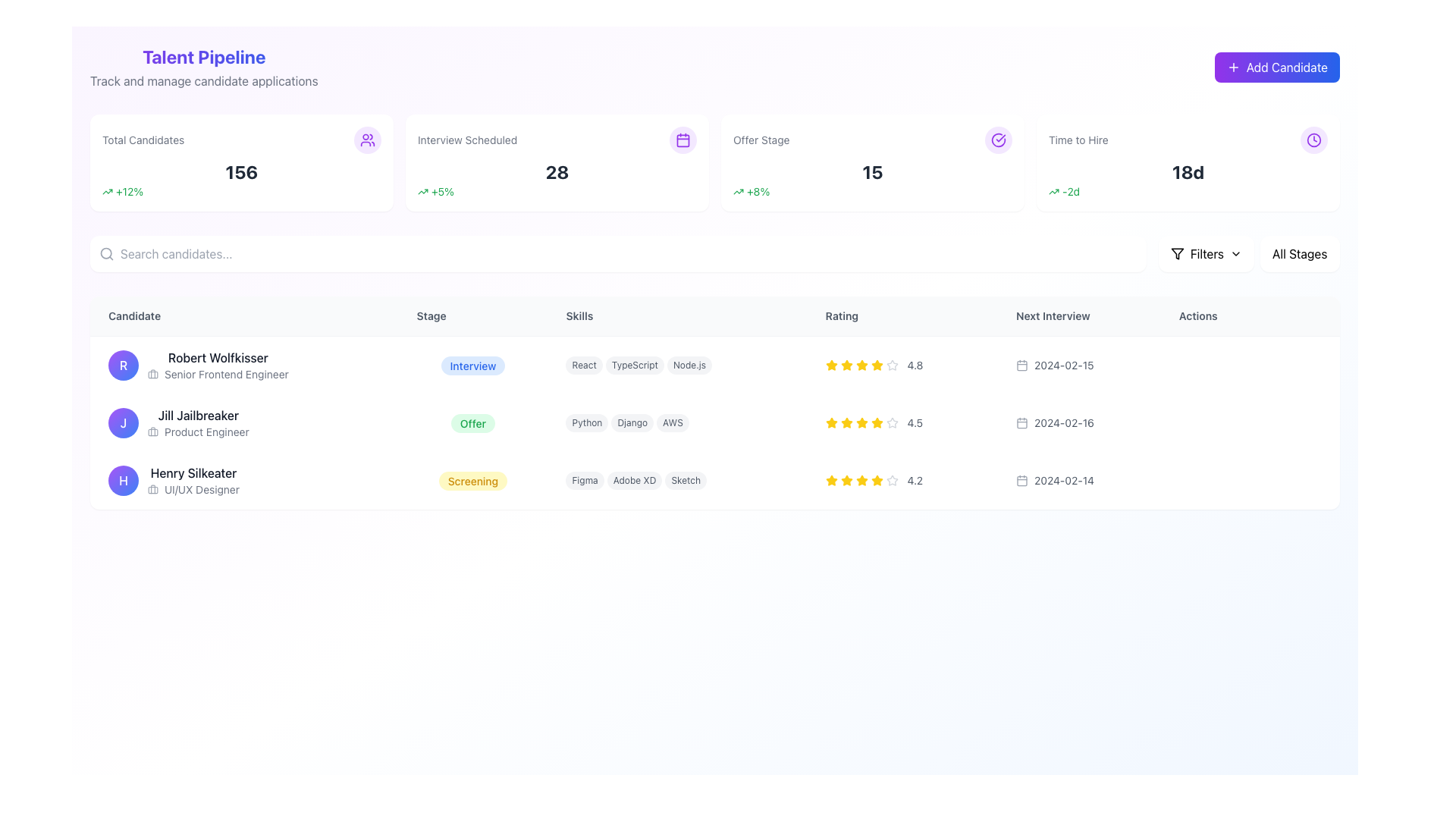 This screenshot has height=819, width=1456. I want to click on the first row of the candidate information table, which includes details such as name, job title, status, skills, rating, and next interview date, so click(714, 365).